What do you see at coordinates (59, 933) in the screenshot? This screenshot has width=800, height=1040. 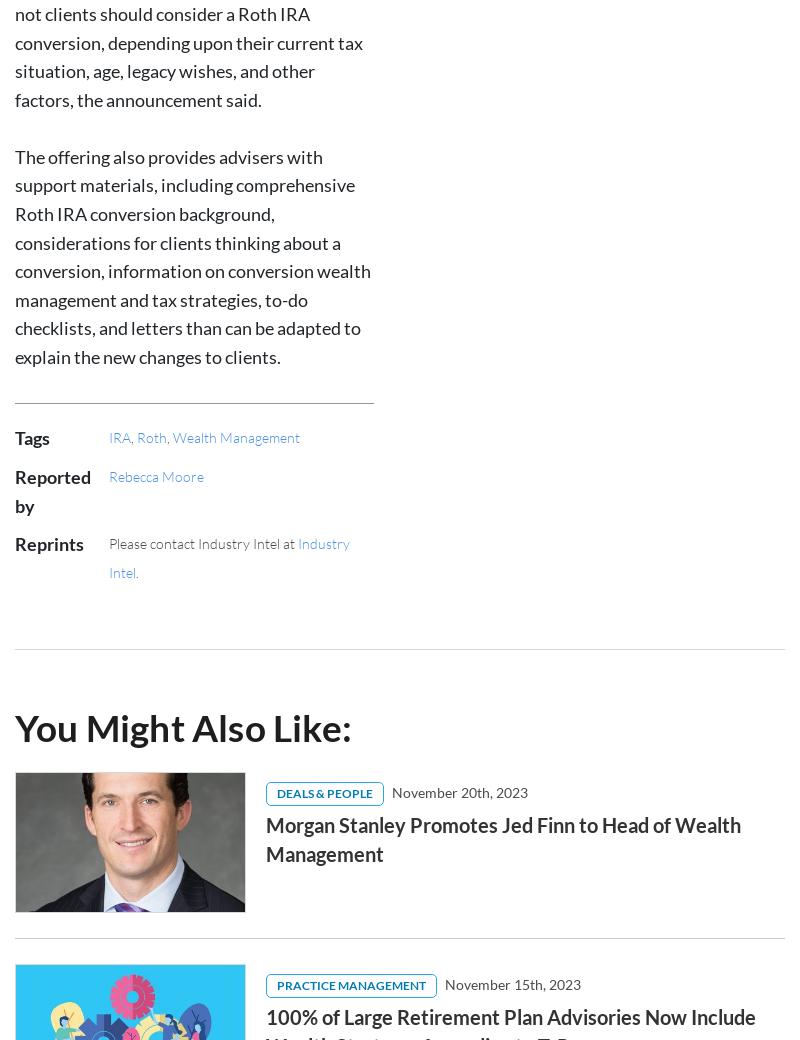 I see `'Print Archives'` at bounding box center [59, 933].